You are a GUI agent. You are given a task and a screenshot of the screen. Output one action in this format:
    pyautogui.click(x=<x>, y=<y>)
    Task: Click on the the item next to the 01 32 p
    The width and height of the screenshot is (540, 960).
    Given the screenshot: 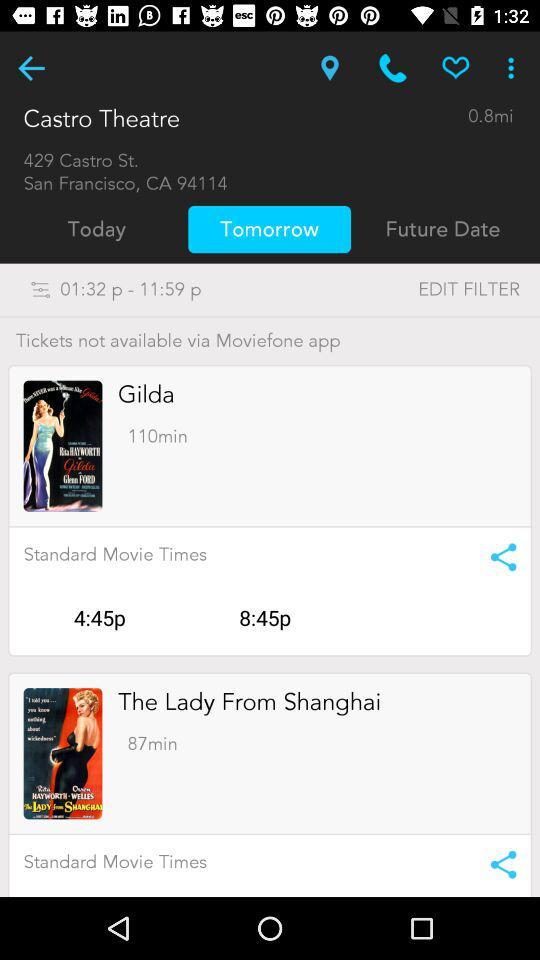 What is the action you would take?
    pyautogui.click(x=427, y=288)
    